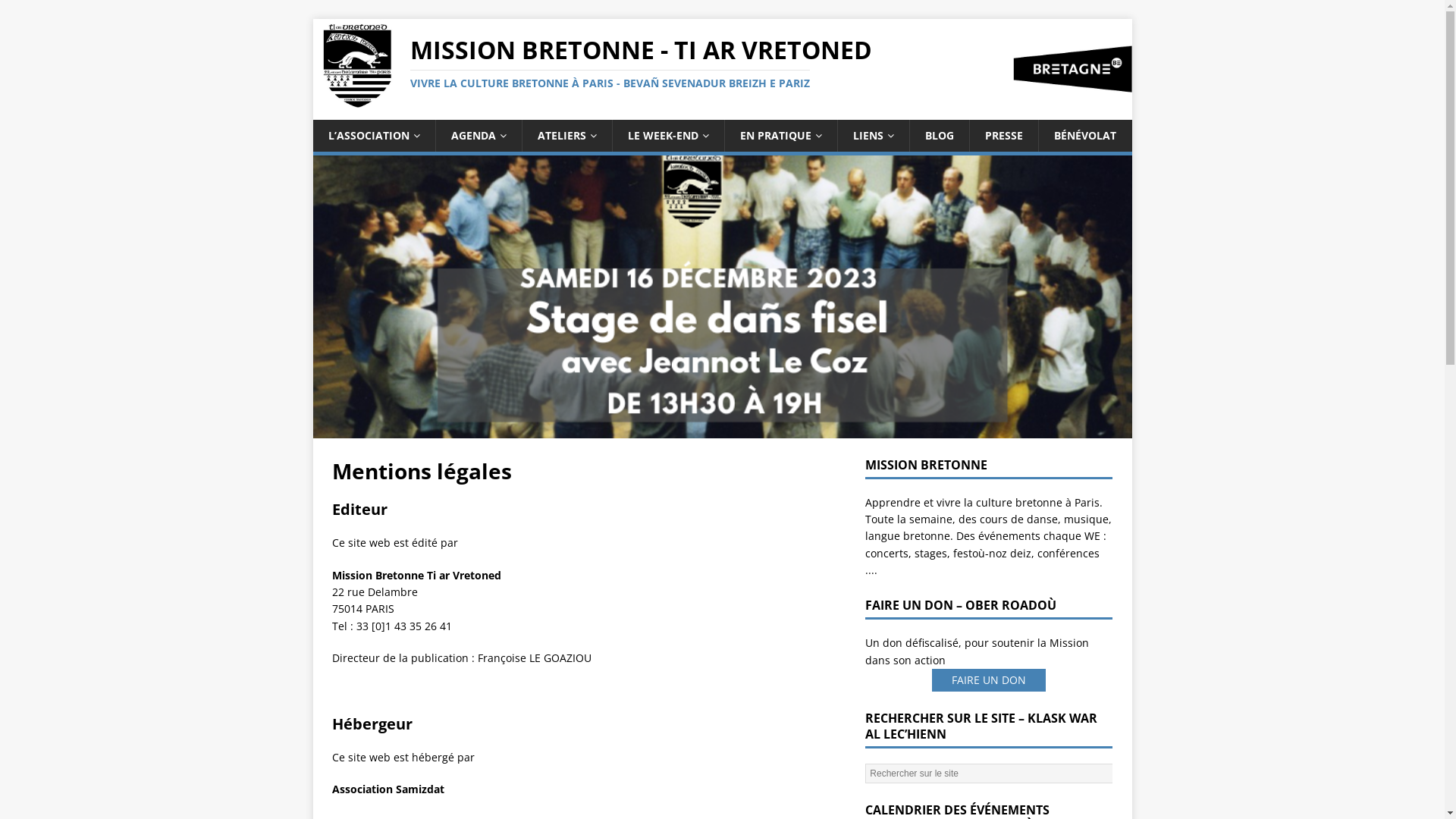 The height and width of the screenshot is (819, 1456). What do you see at coordinates (611, 134) in the screenshot?
I see `'LE WEEK-END'` at bounding box center [611, 134].